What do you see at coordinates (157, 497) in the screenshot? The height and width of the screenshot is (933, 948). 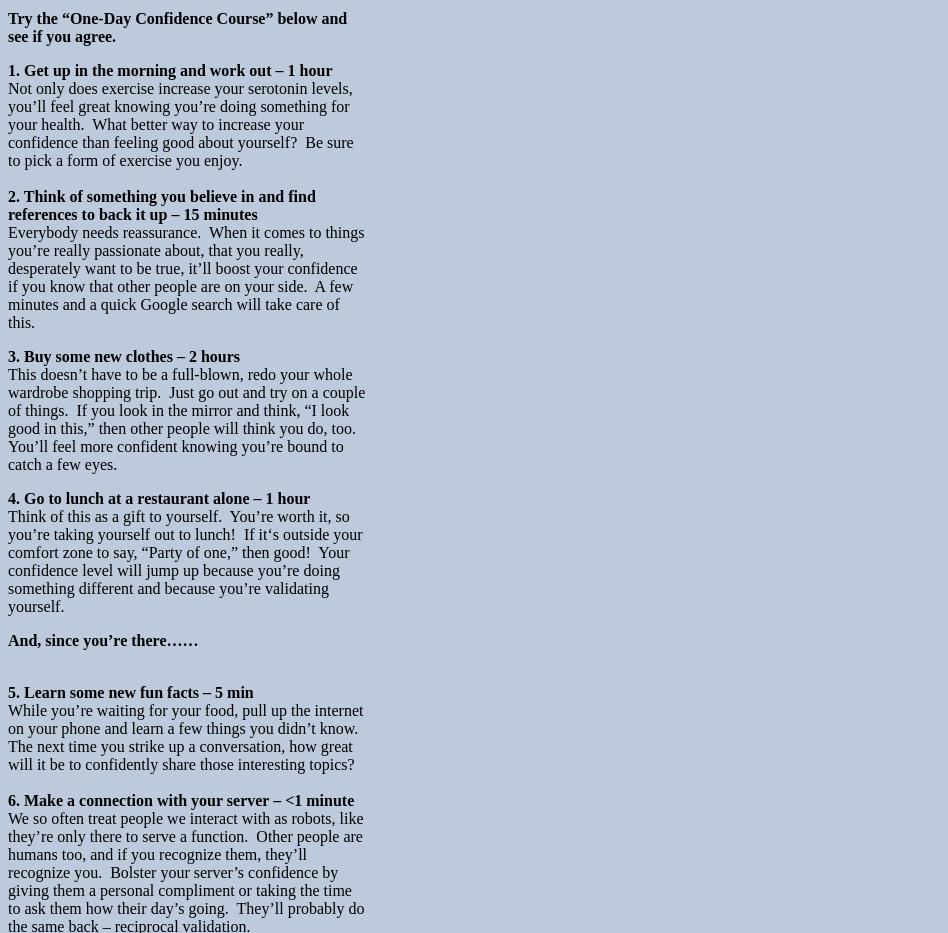 I see `'4. Go to lunch at a restaurant alone – 1 hour'` at bounding box center [157, 497].